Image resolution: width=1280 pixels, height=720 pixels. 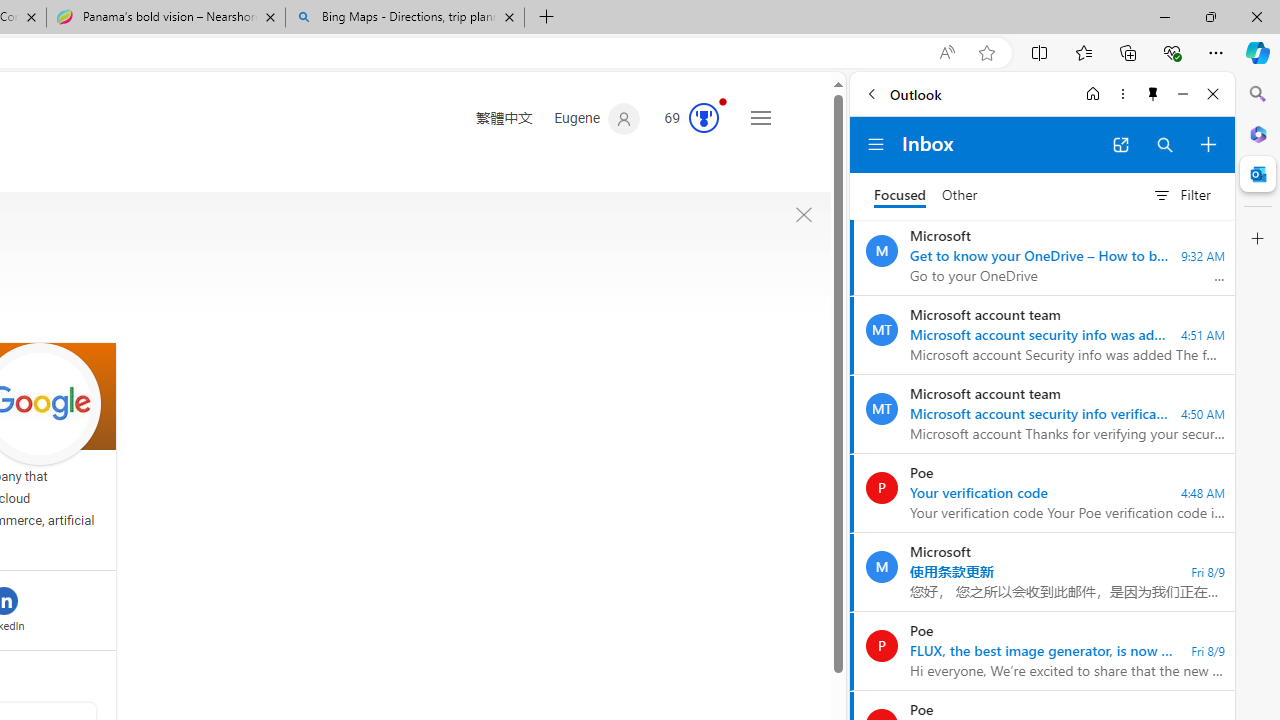 What do you see at coordinates (945, 52) in the screenshot?
I see `'Read aloud this page (Ctrl+Shift+U)'` at bounding box center [945, 52].